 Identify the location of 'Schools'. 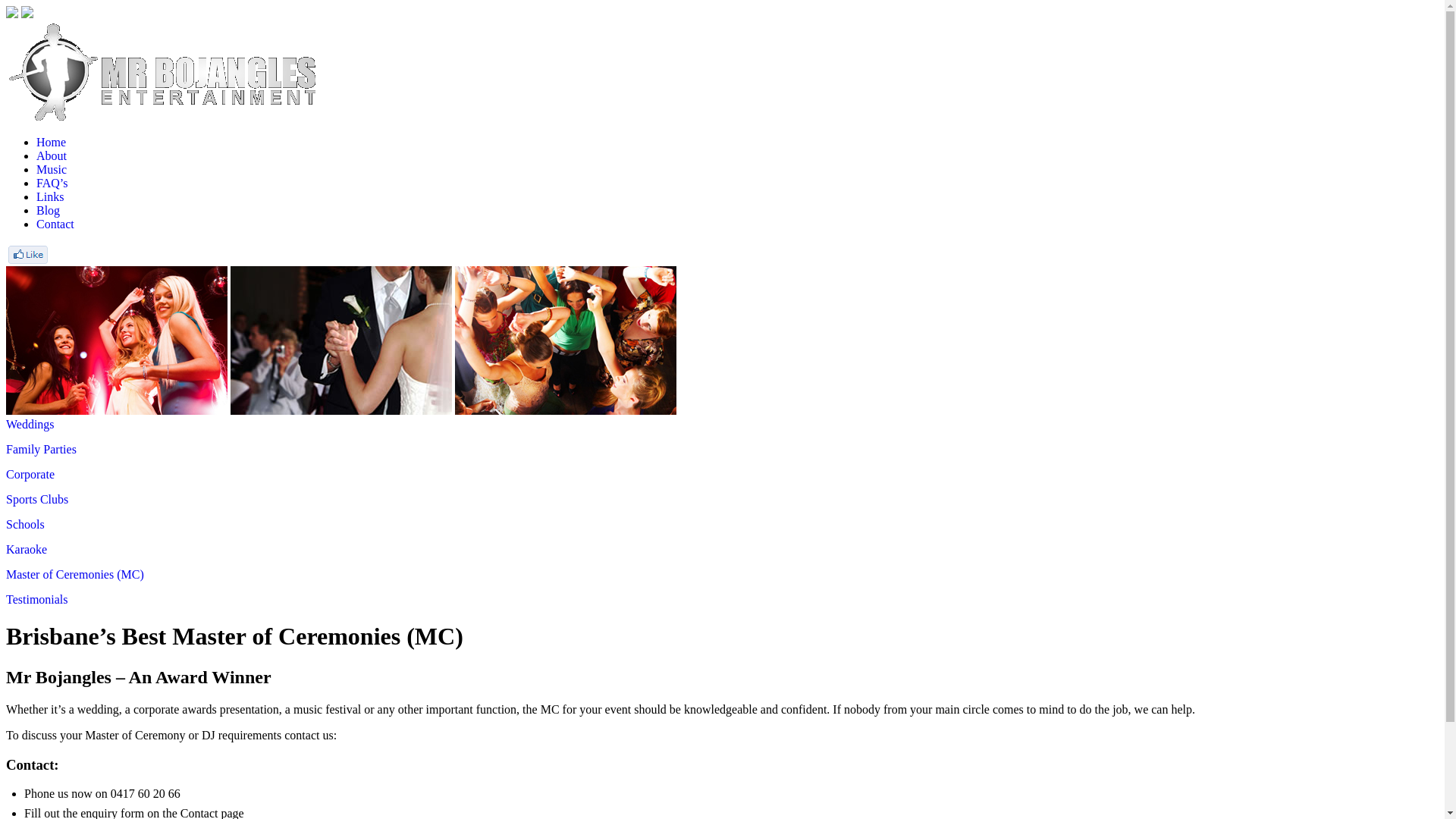
(25, 523).